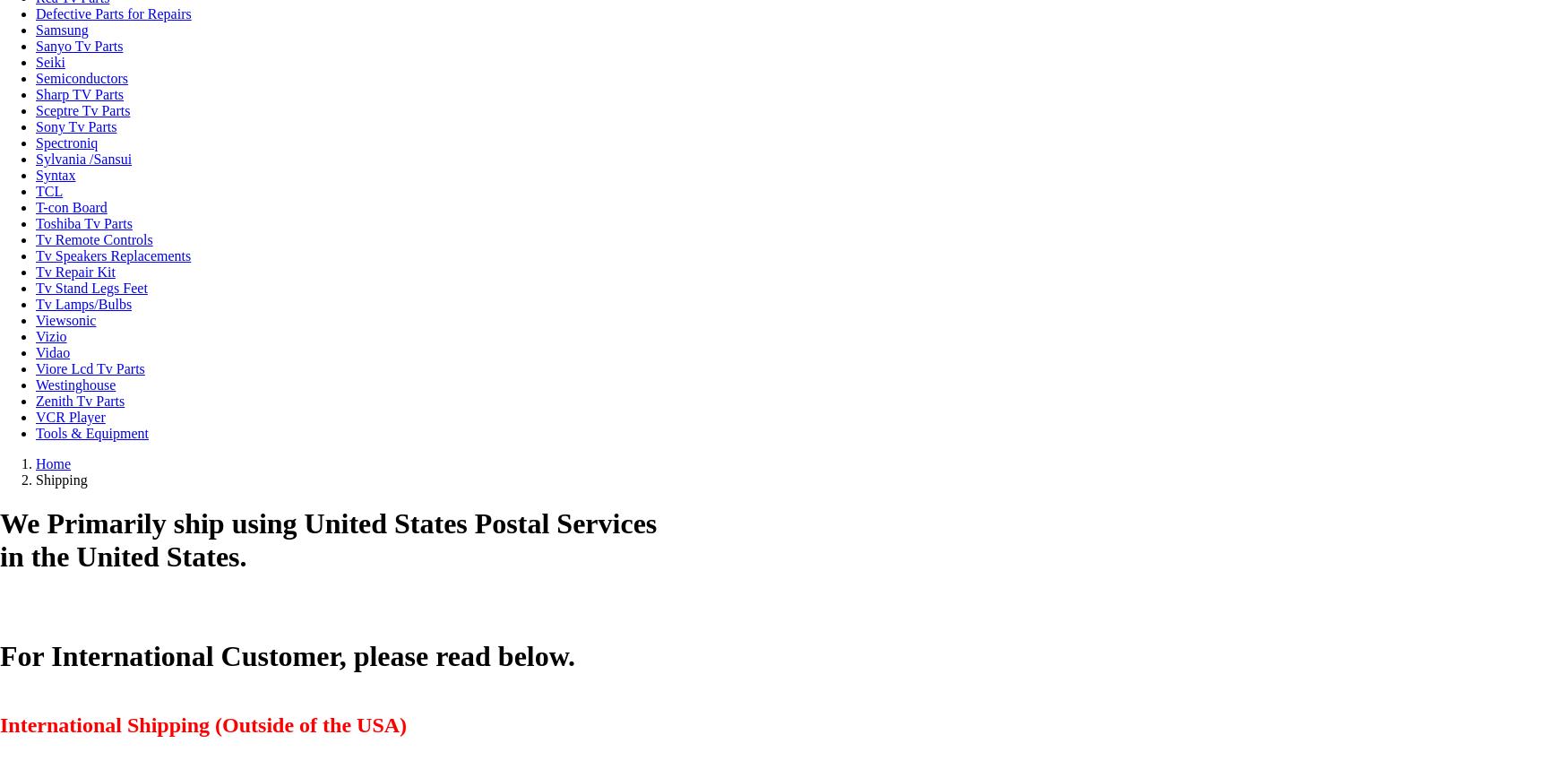  Describe the element at coordinates (122, 556) in the screenshot. I see `'in the United States.'` at that location.